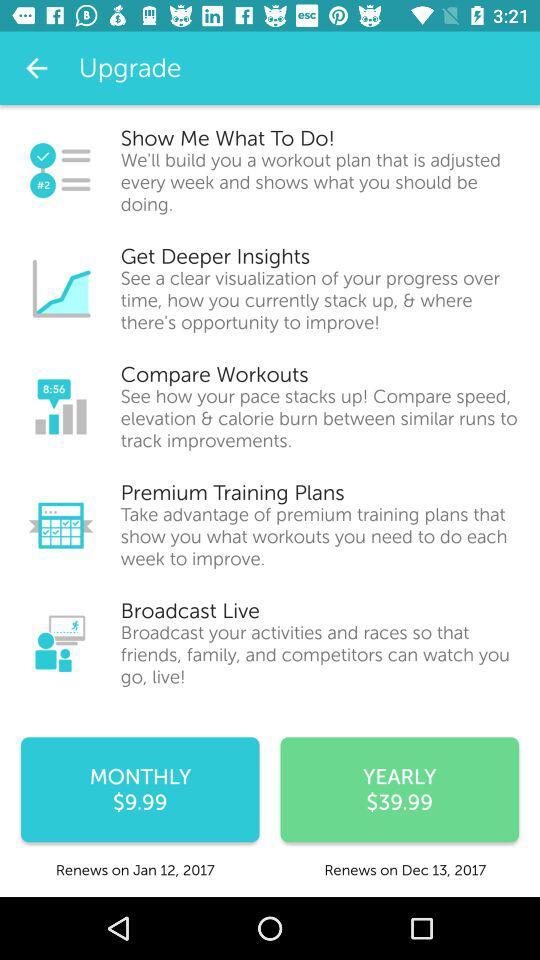 The width and height of the screenshot is (540, 960). What do you see at coordinates (139, 789) in the screenshot?
I see `the monthly` at bounding box center [139, 789].